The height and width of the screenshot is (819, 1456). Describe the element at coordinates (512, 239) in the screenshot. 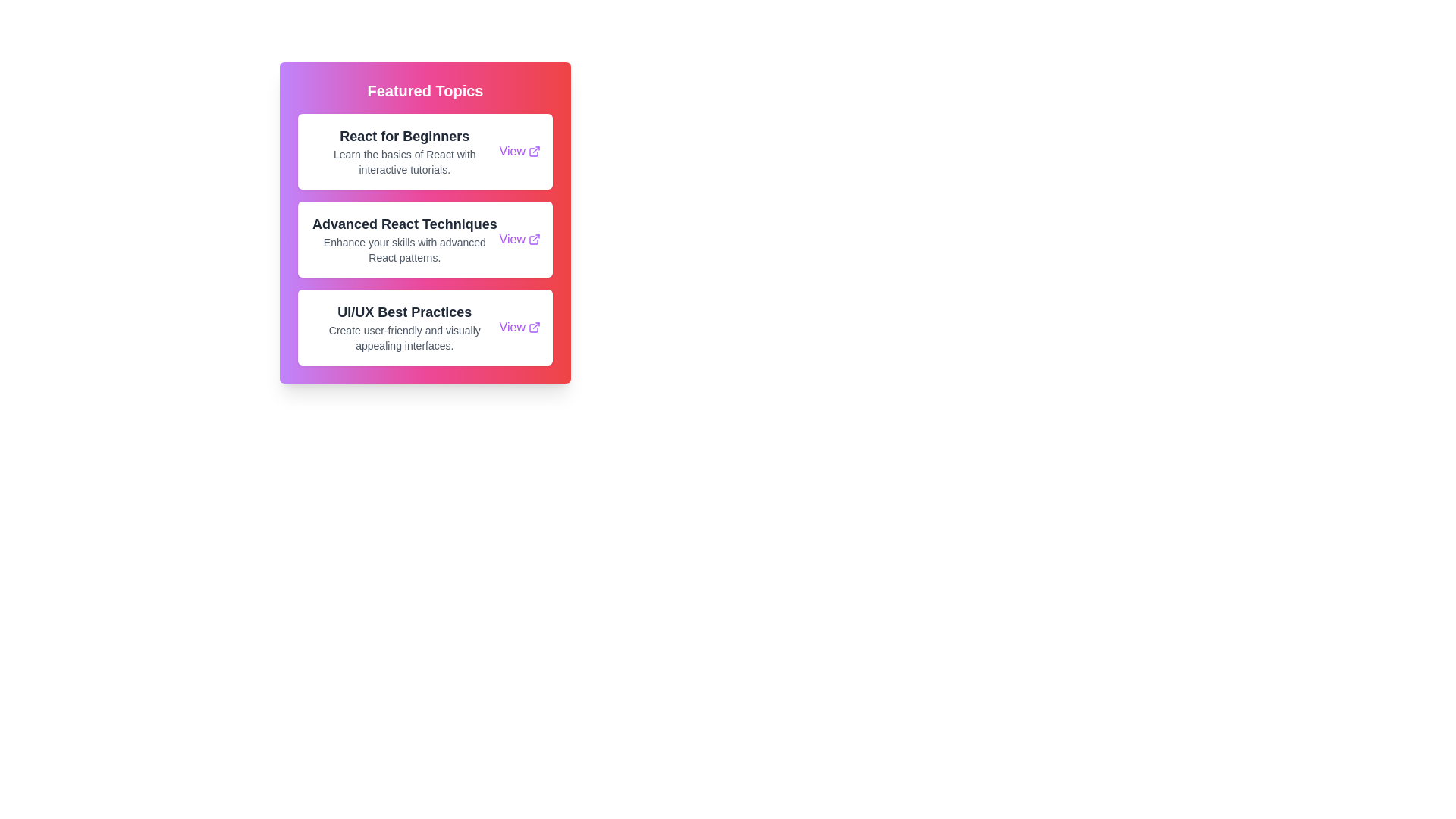

I see `the clickable Text Label in the 'Featured Topics' section that links to 'Advanced React Techniques'` at that location.